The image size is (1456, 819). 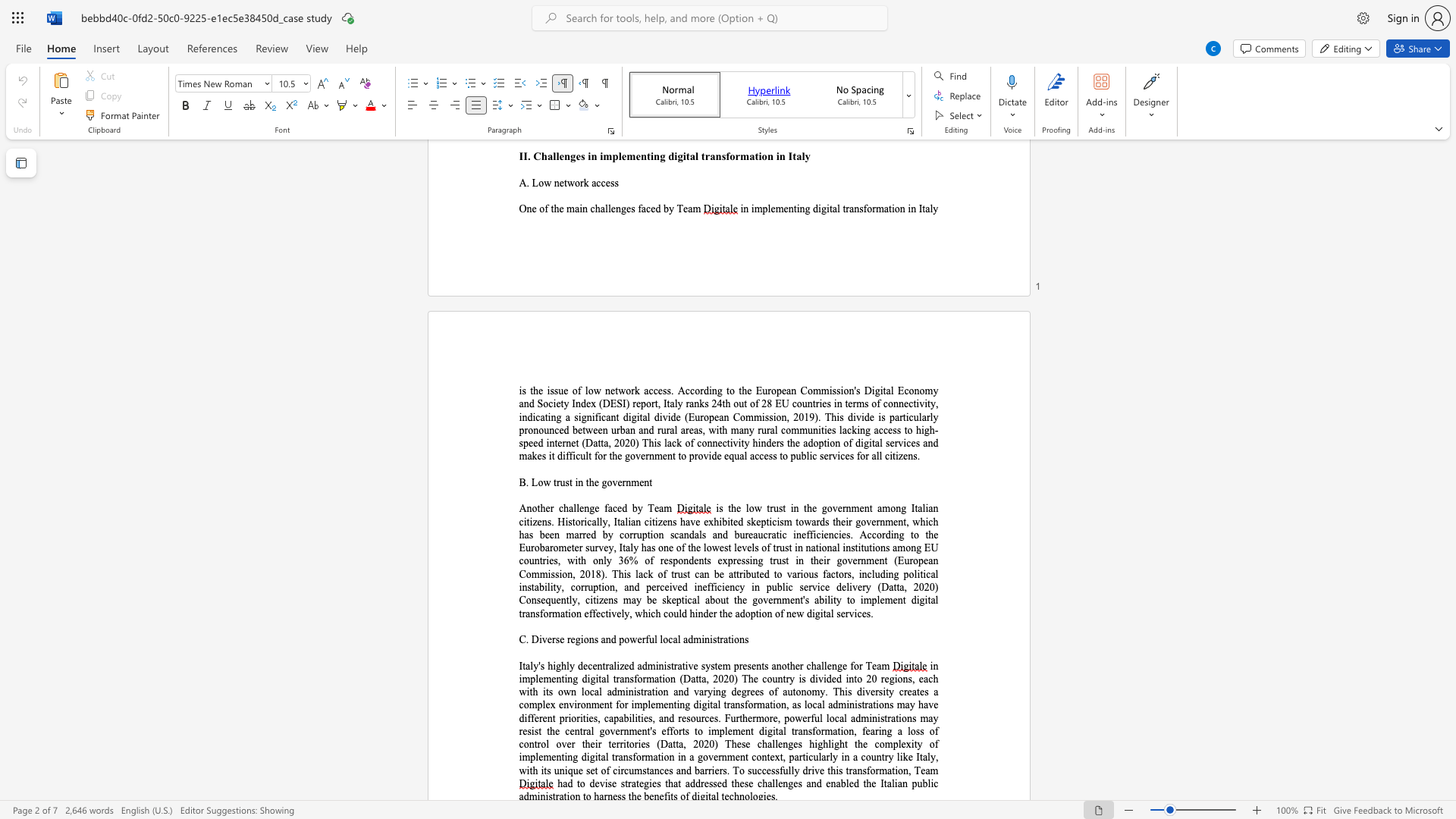 I want to click on the 1th character "h" in the text, so click(x=591, y=482).